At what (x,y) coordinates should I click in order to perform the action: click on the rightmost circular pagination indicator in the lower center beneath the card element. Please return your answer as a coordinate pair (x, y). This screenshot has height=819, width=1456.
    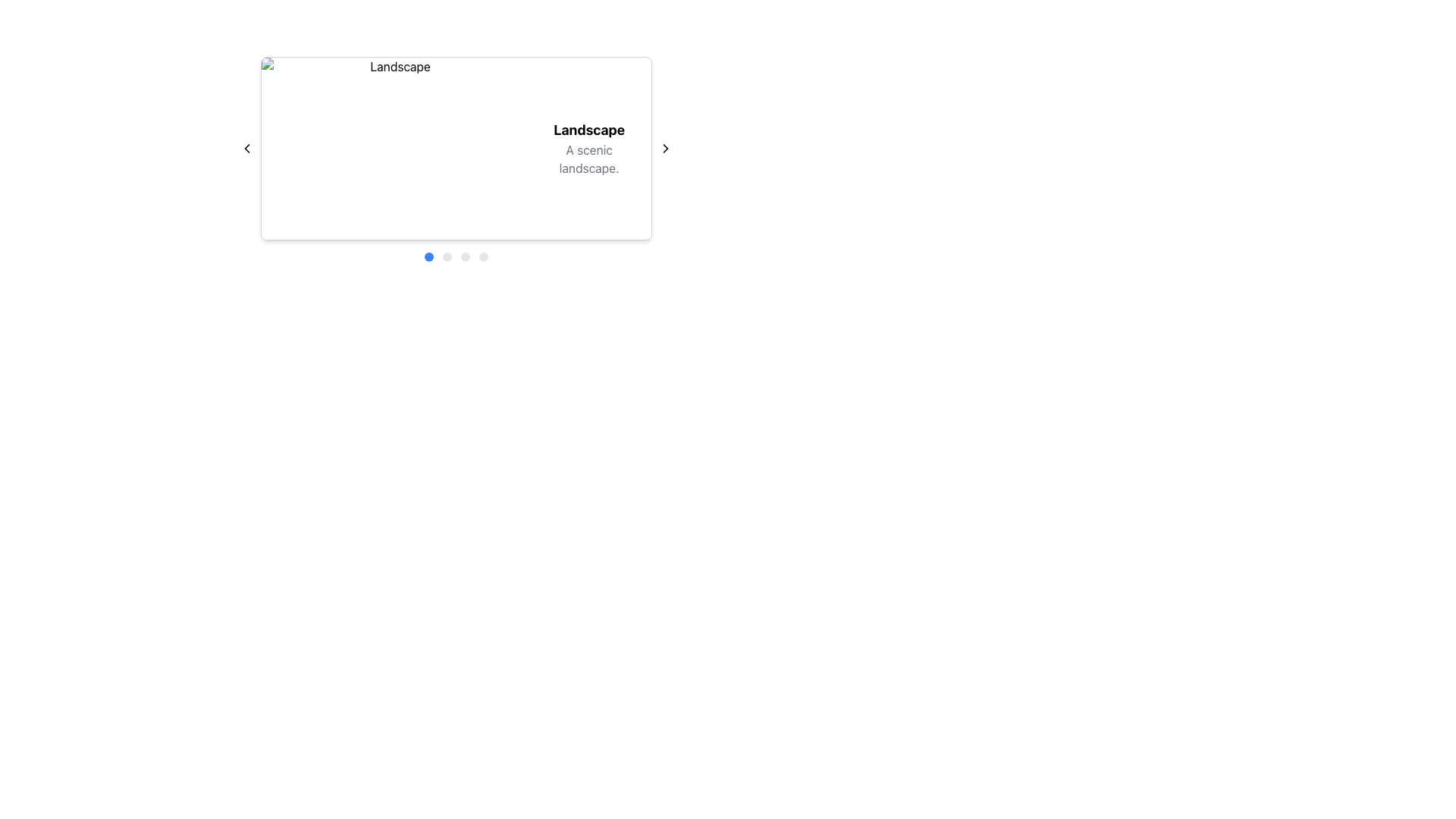
    Looking at the image, I should click on (483, 256).